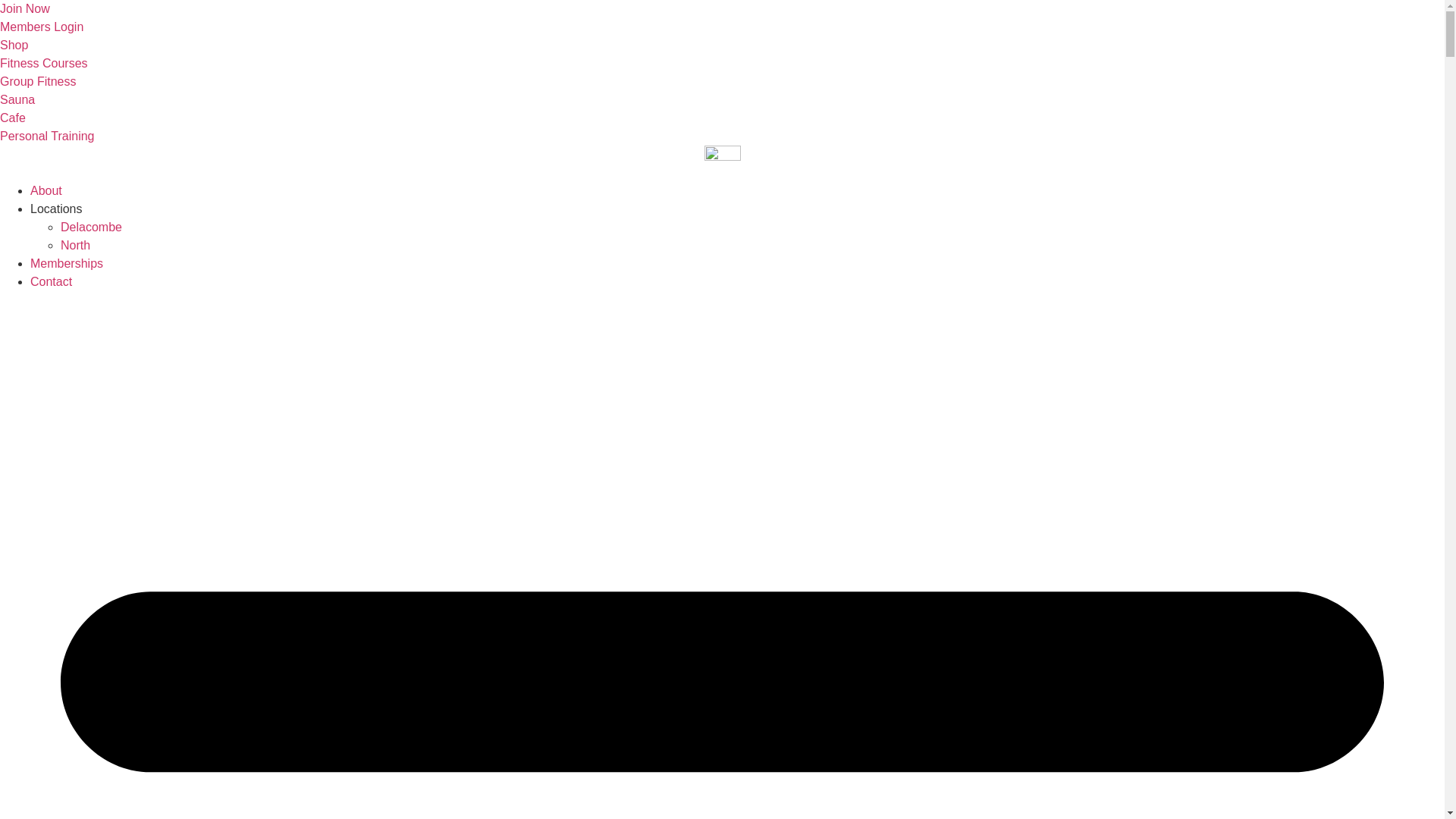 Image resolution: width=1456 pixels, height=819 pixels. What do you see at coordinates (56, 209) in the screenshot?
I see `'Locations'` at bounding box center [56, 209].